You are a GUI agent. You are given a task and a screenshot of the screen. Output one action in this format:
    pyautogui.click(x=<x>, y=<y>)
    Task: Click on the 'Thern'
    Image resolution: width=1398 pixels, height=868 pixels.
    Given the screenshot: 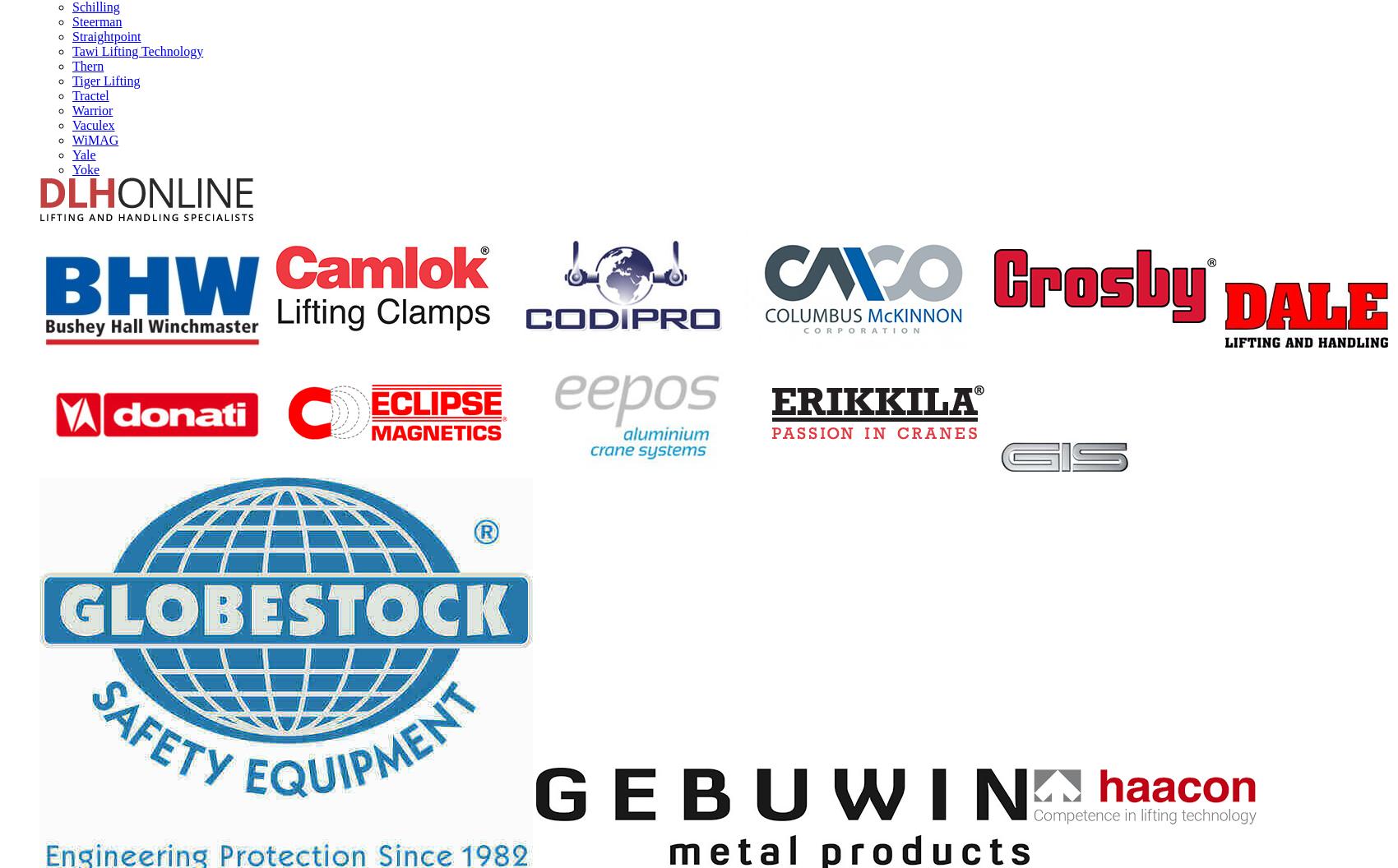 What is the action you would take?
    pyautogui.click(x=72, y=64)
    